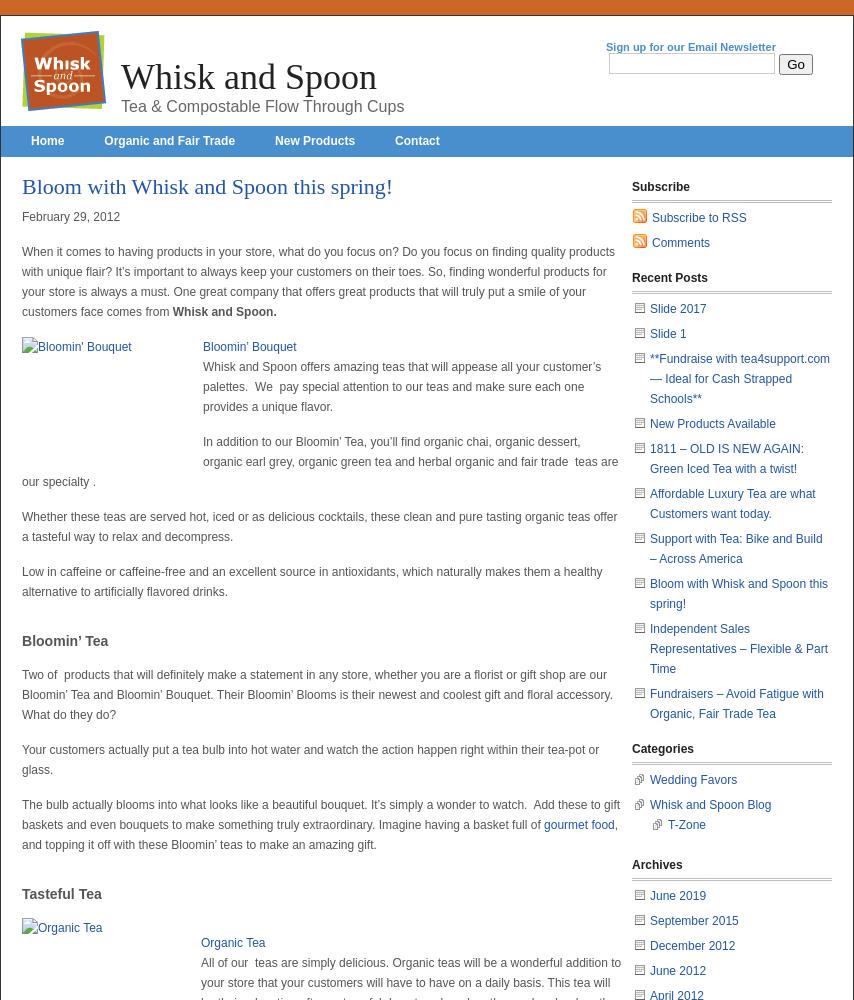  I want to click on 'In addition to our Bloomin’ Tea, you’ll find organic chai, organic dessert, organic earl grey, organic green tea and herbal organic and fair trade  teas are our specialty .', so click(318, 461).